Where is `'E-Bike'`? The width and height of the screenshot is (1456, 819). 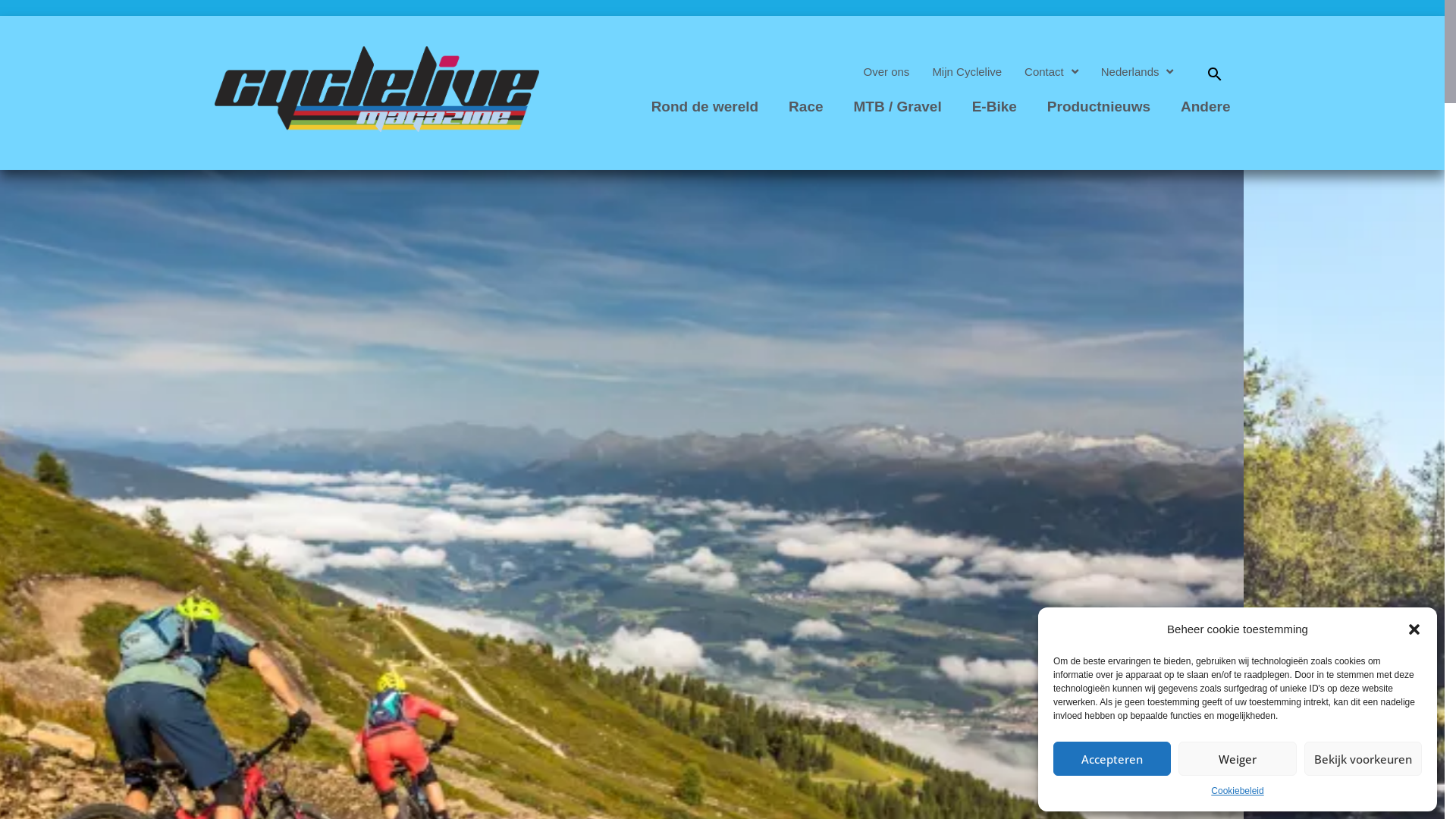 'E-Bike' is located at coordinates (994, 106).